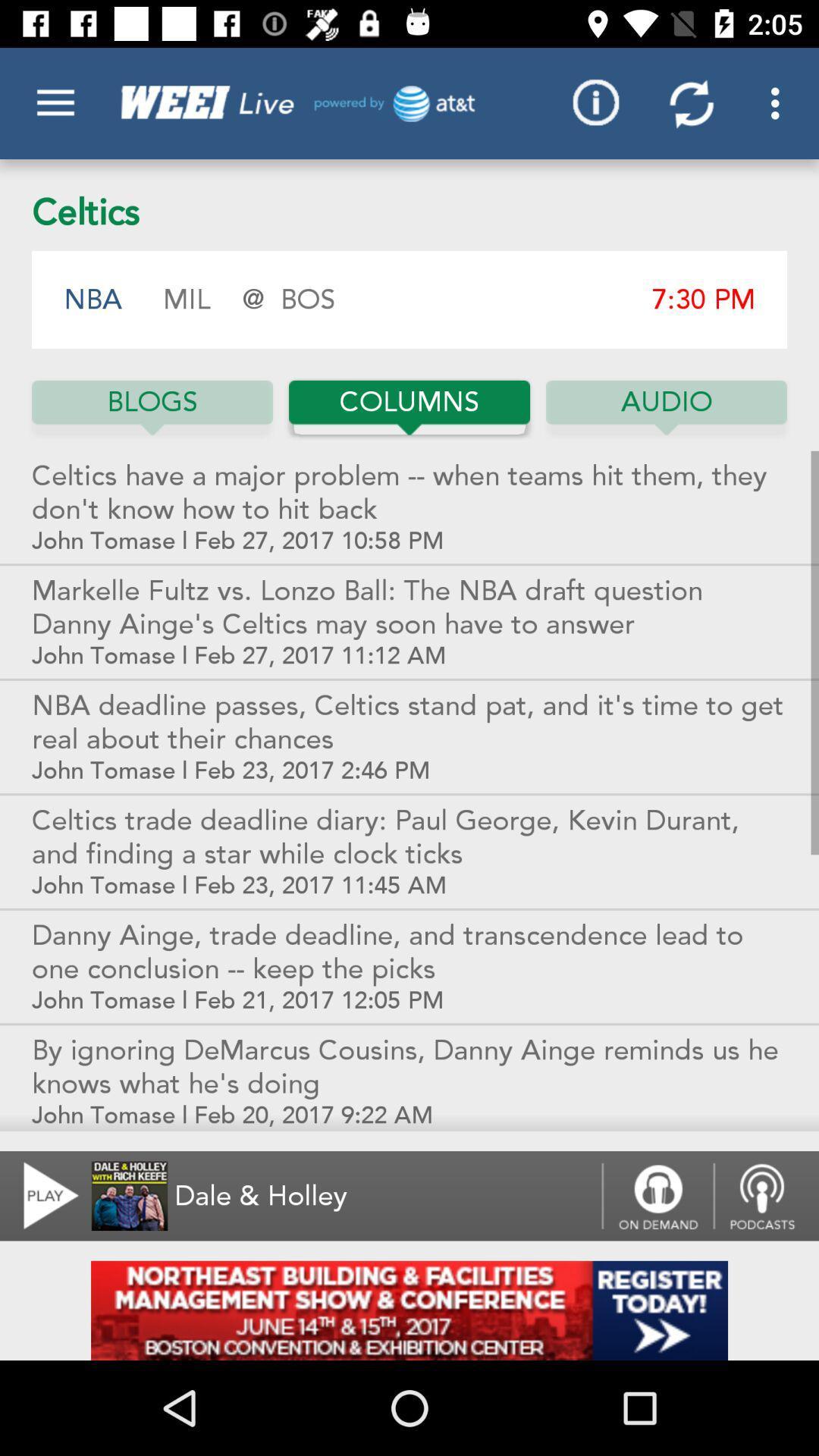 The width and height of the screenshot is (819, 1456). Describe the element at coordinates (41, 1195) in the screenshot. I see `the play icon` at that location.